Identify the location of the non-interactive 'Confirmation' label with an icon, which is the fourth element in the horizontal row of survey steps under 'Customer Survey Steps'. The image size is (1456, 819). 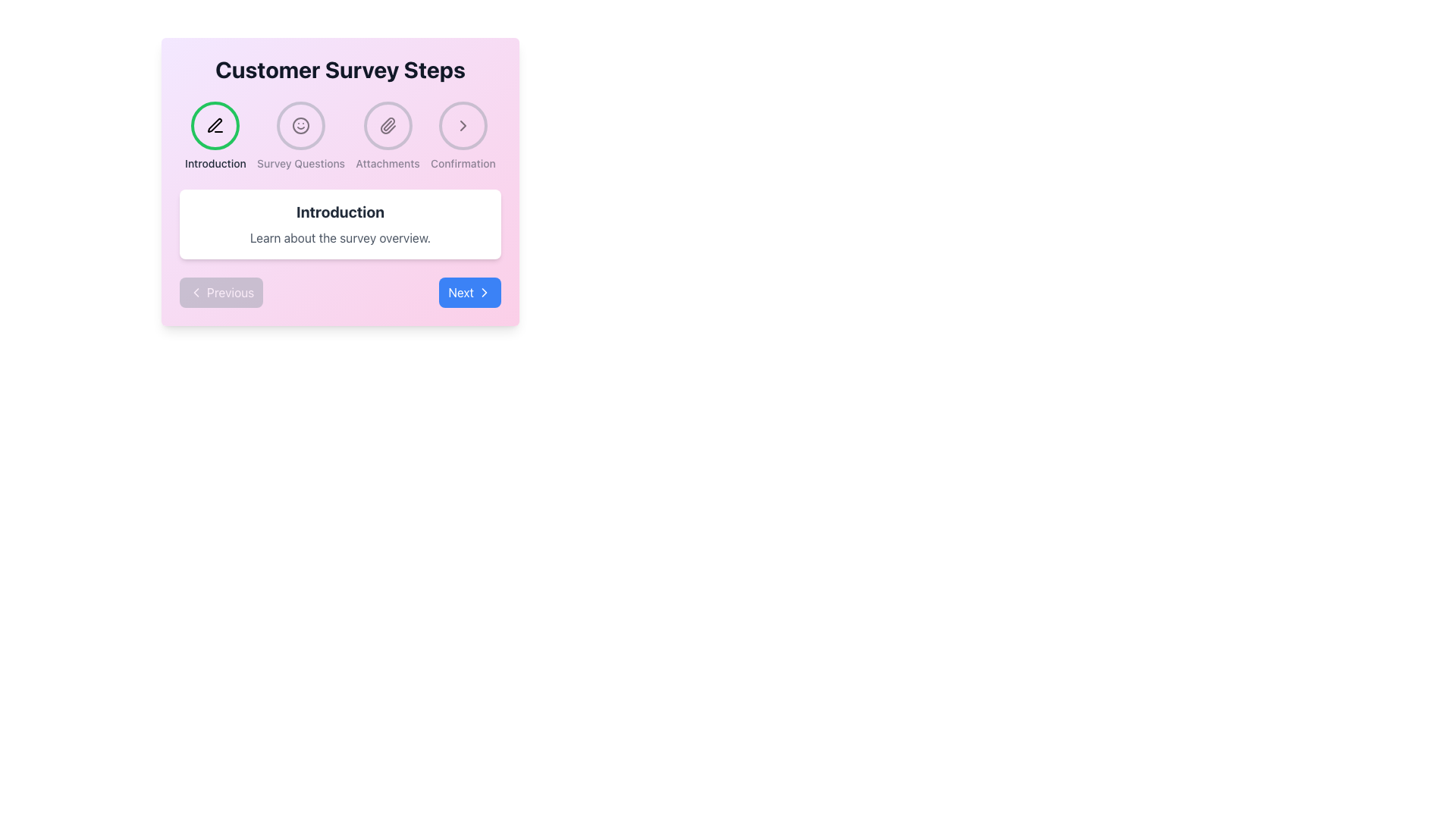
(462, 136).